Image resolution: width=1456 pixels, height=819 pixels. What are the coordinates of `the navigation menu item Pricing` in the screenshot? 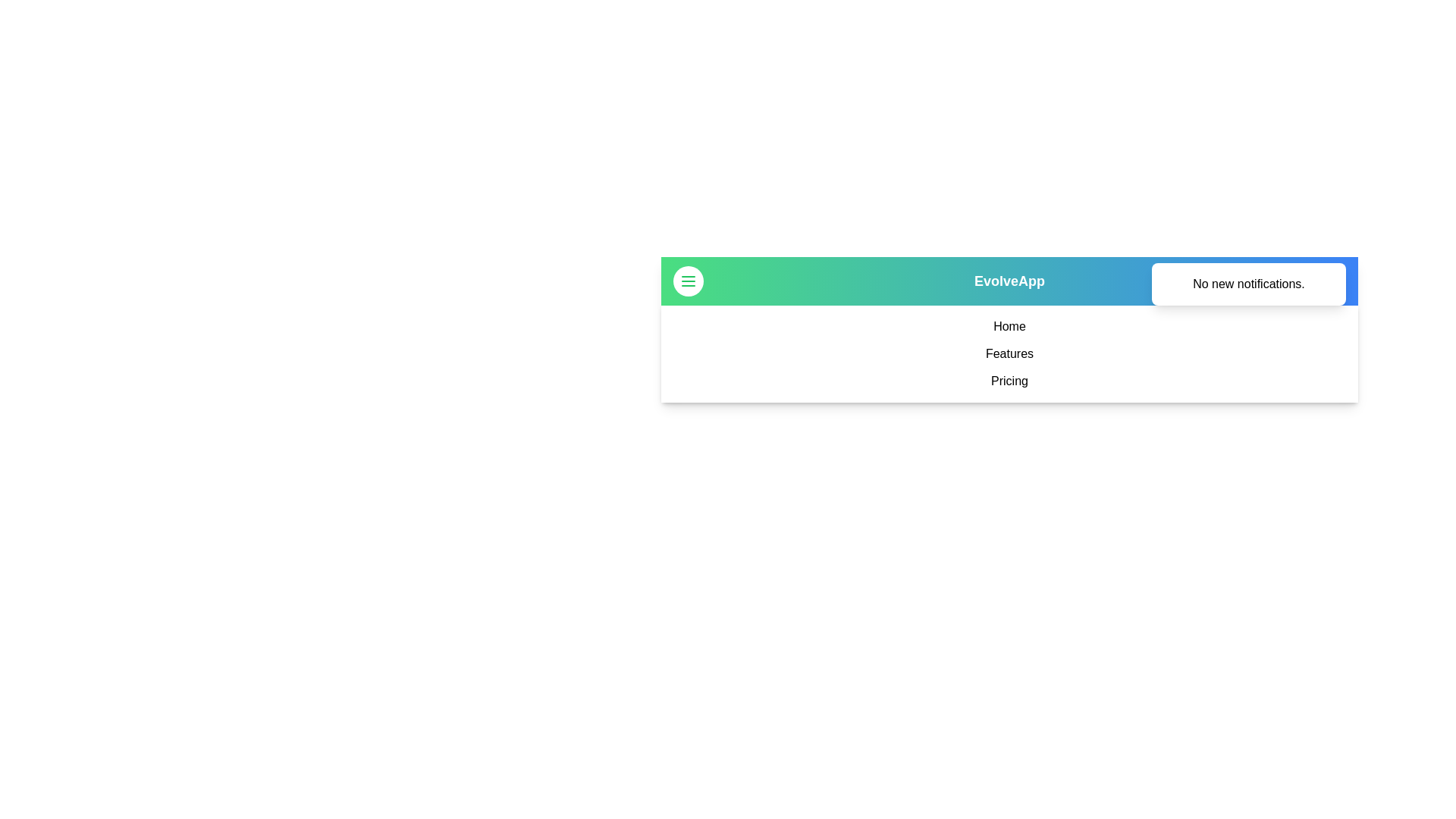 It's located at (1009, 380).